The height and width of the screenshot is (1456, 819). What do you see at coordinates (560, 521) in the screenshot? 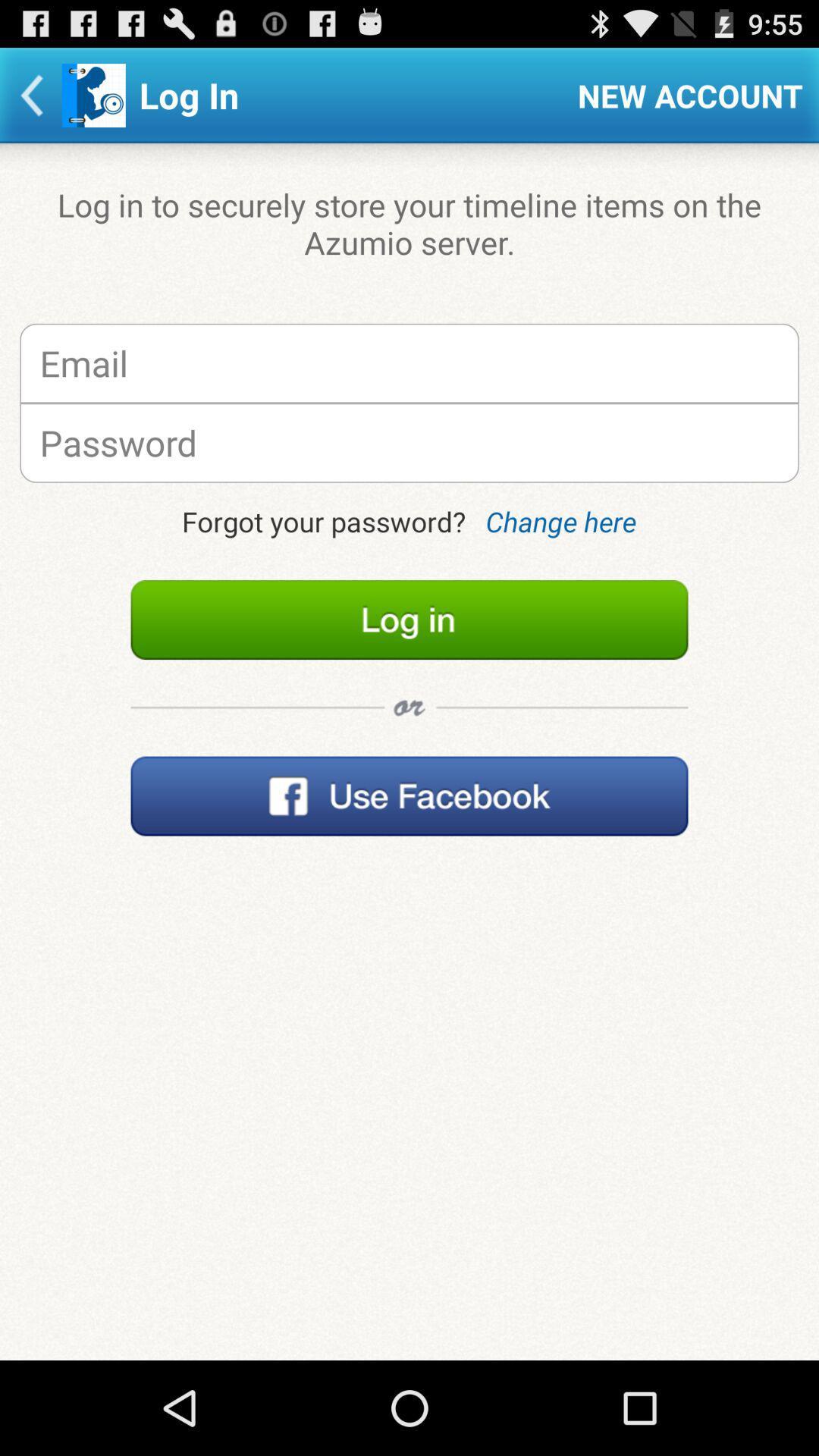
I see `change here on the right` at bounding box center [560, 521].